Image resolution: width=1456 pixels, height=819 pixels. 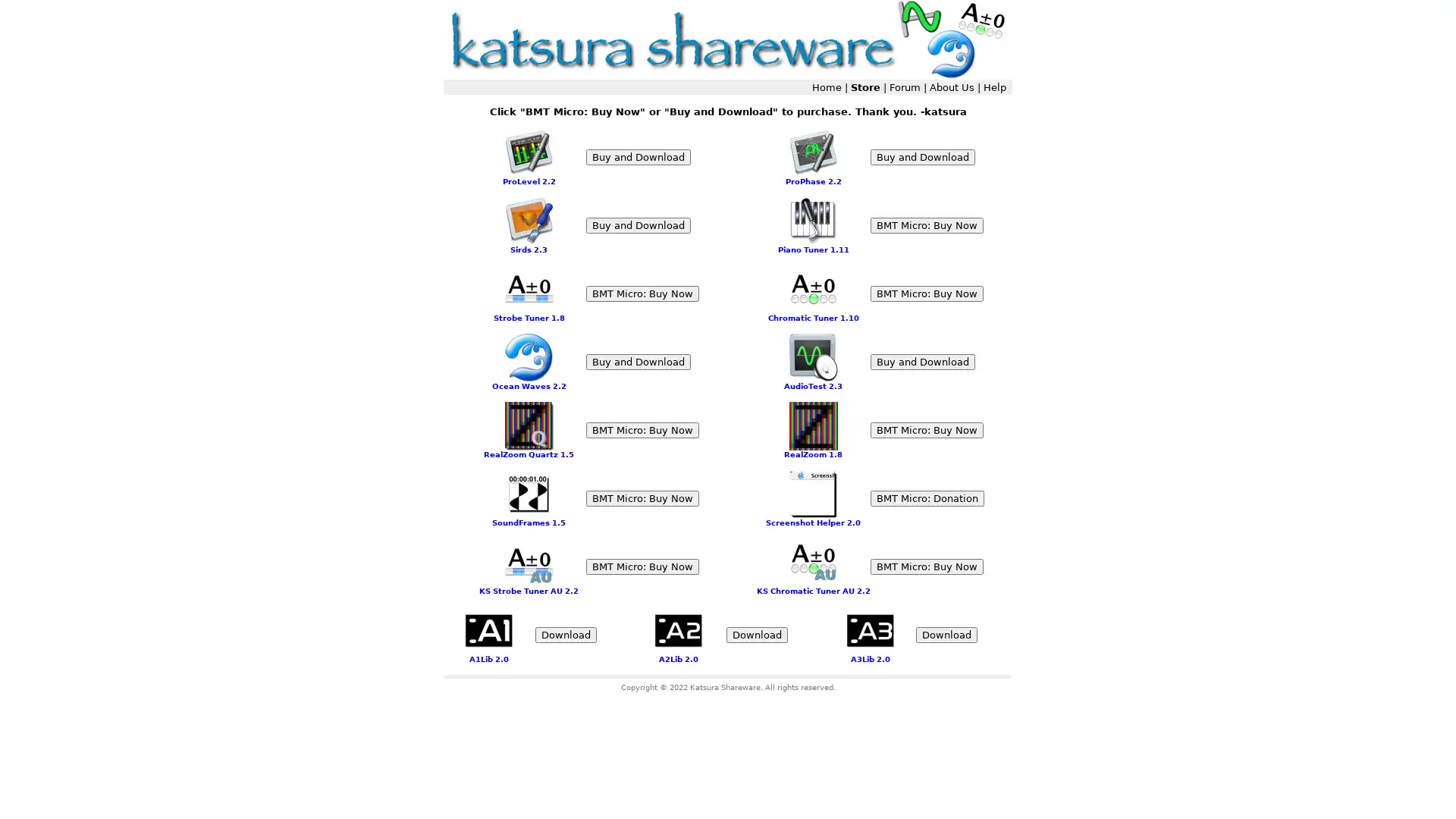 What do you see at coordinates (564, 635) in the screenshot?
I see `Download` at bounding box center [564, 635].